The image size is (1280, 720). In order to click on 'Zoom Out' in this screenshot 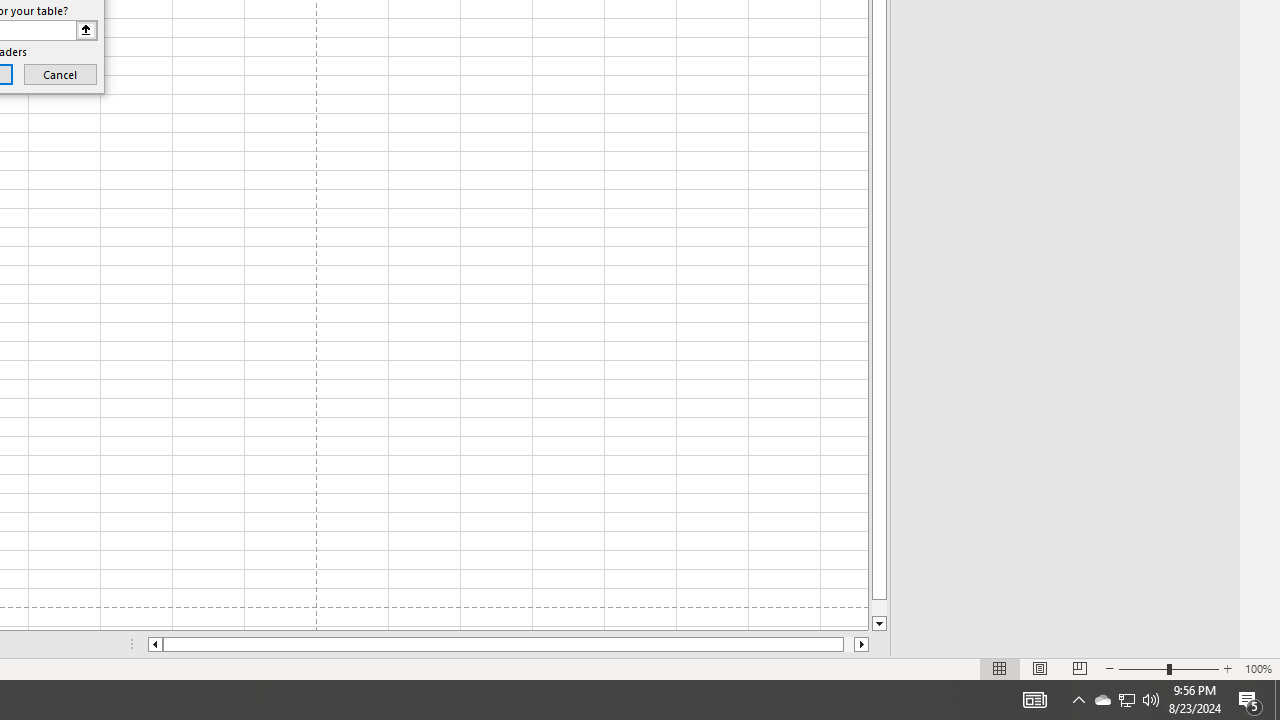, I will do `click(1143, 669)`.